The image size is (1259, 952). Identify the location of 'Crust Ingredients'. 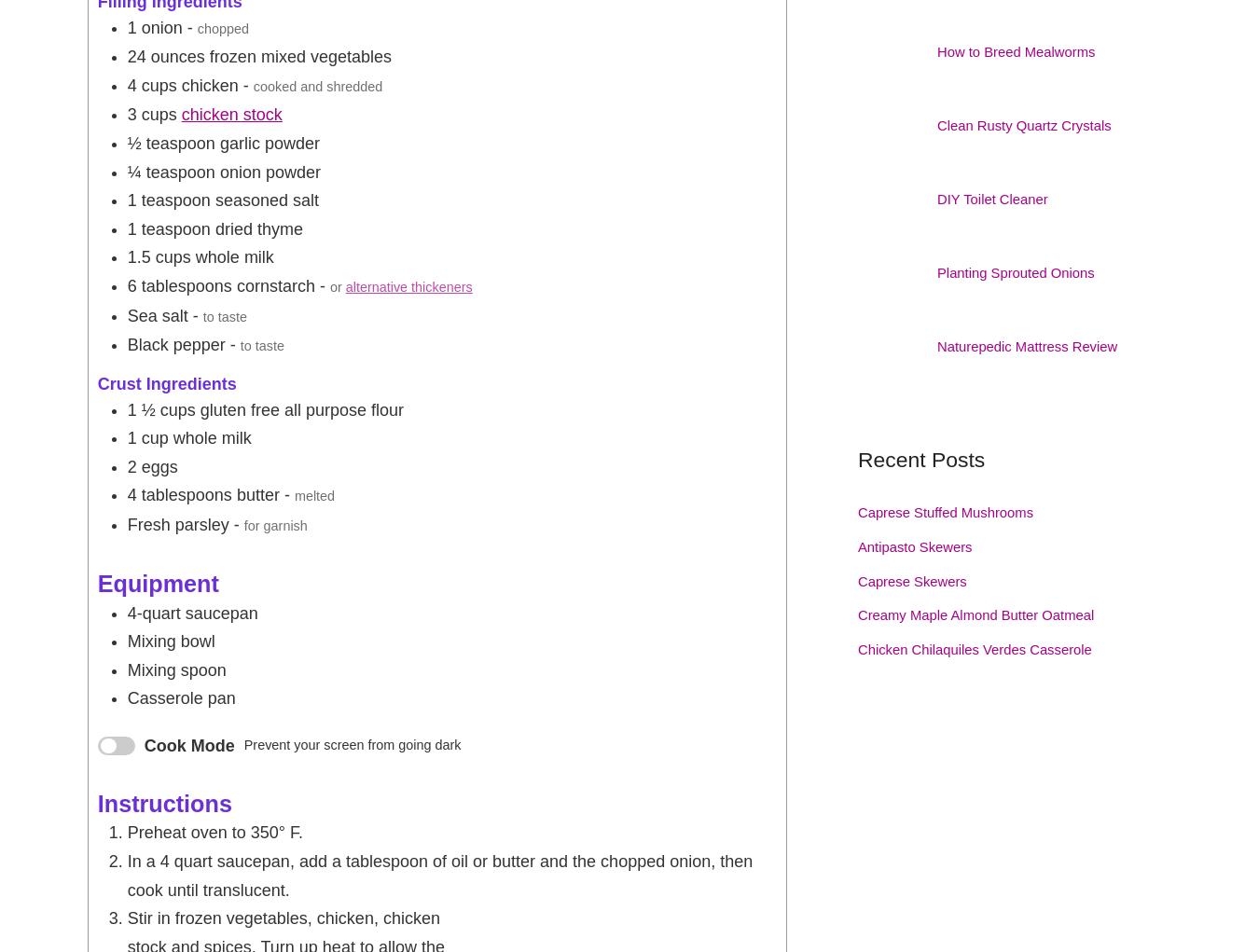
(166, 382).